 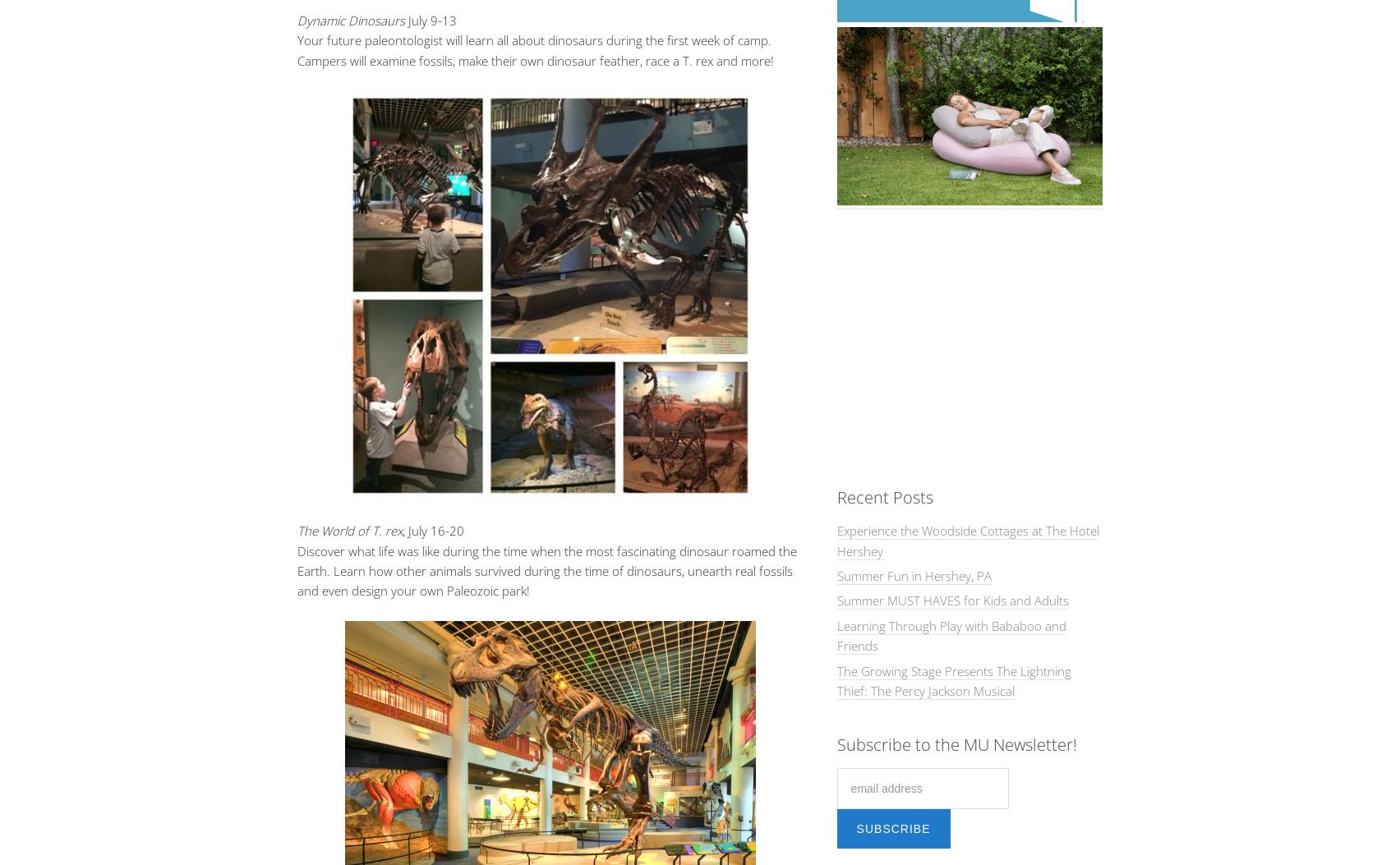 What do you see at coordinates (956, 744) in the screenshot?
I see `'Subscribe to the MU Newsletter!'` at bounding box center [956, 744].